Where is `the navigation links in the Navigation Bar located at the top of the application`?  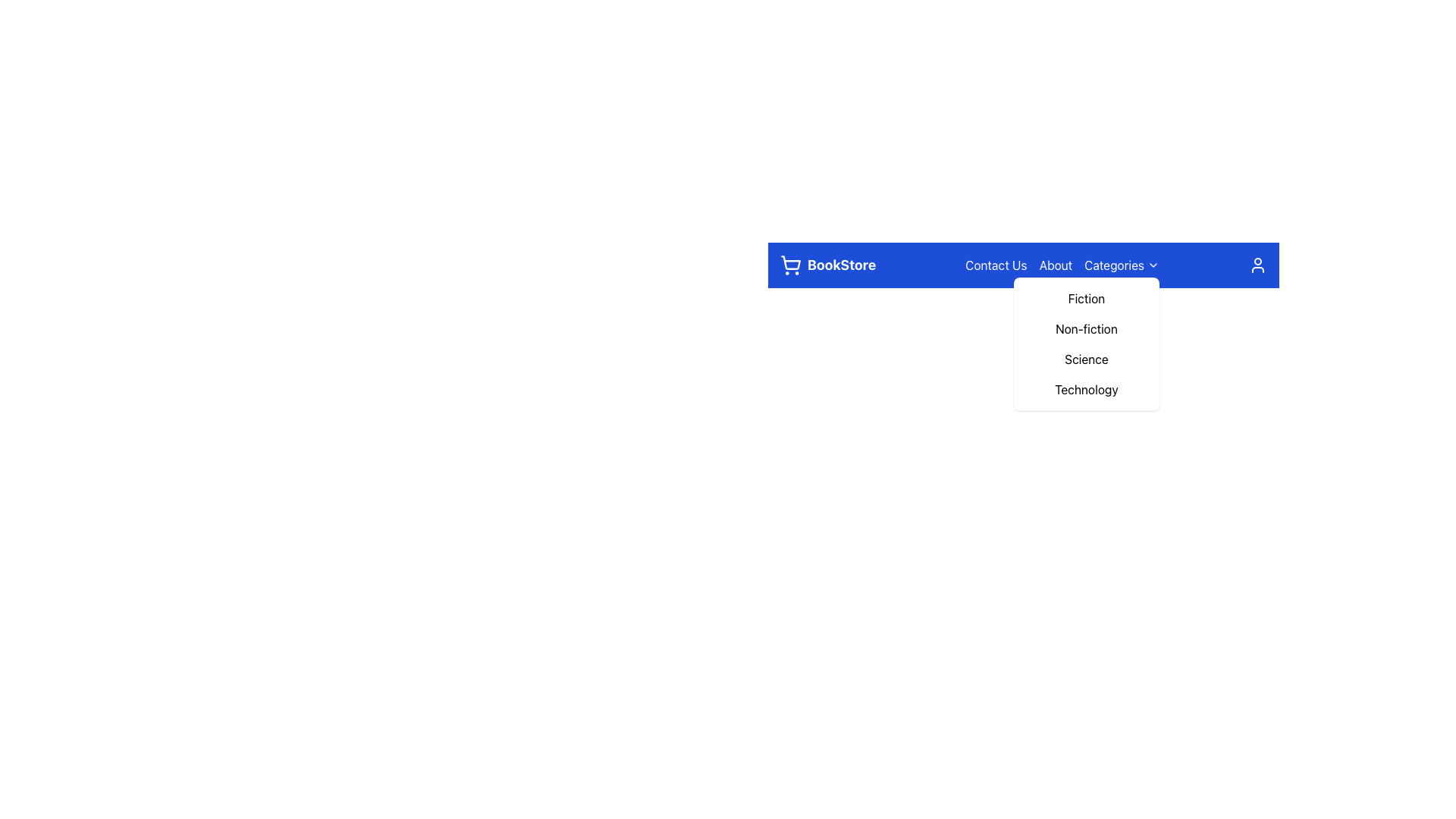
the navigation links in the Navigation Bar located at the top of the application is located at coordinates (1023, 265).